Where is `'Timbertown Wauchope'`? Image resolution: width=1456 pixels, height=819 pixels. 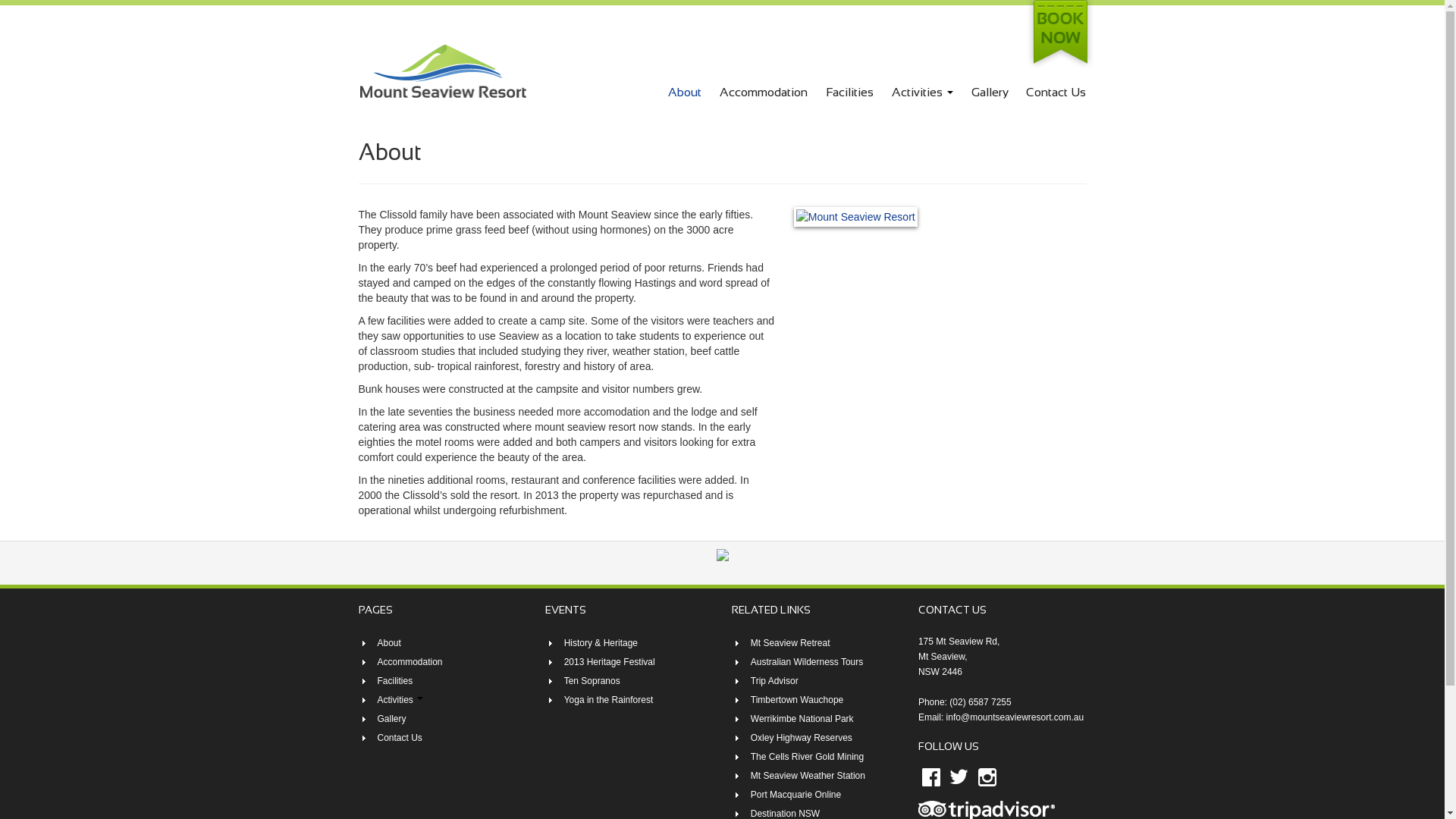
'Timbertown Wauchope' is located at coordinates (796, 699).